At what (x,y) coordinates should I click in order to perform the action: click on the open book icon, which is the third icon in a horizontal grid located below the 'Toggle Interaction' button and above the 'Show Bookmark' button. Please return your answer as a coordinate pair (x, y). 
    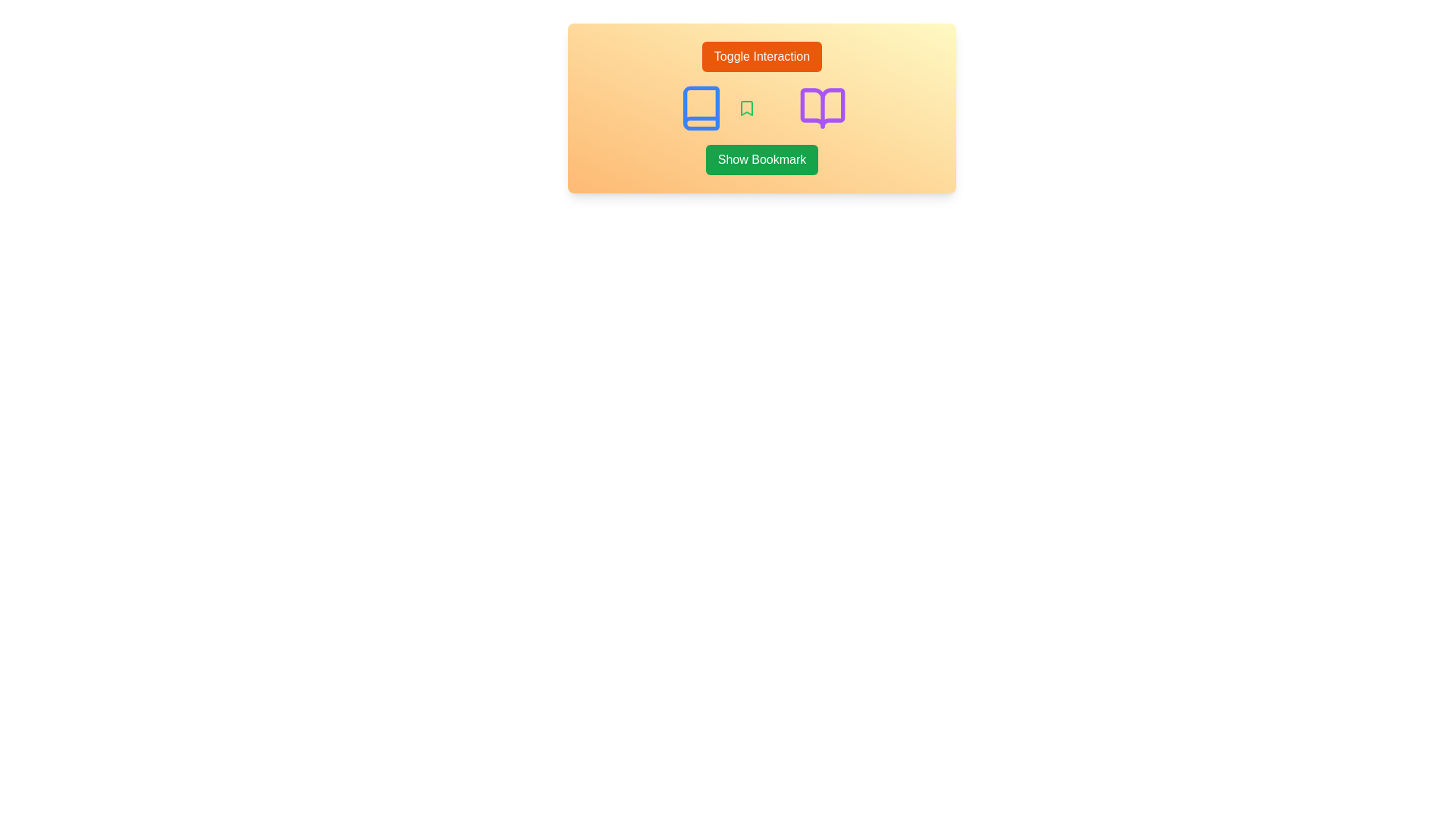
    Looking at the image, I should click on (821, 107).